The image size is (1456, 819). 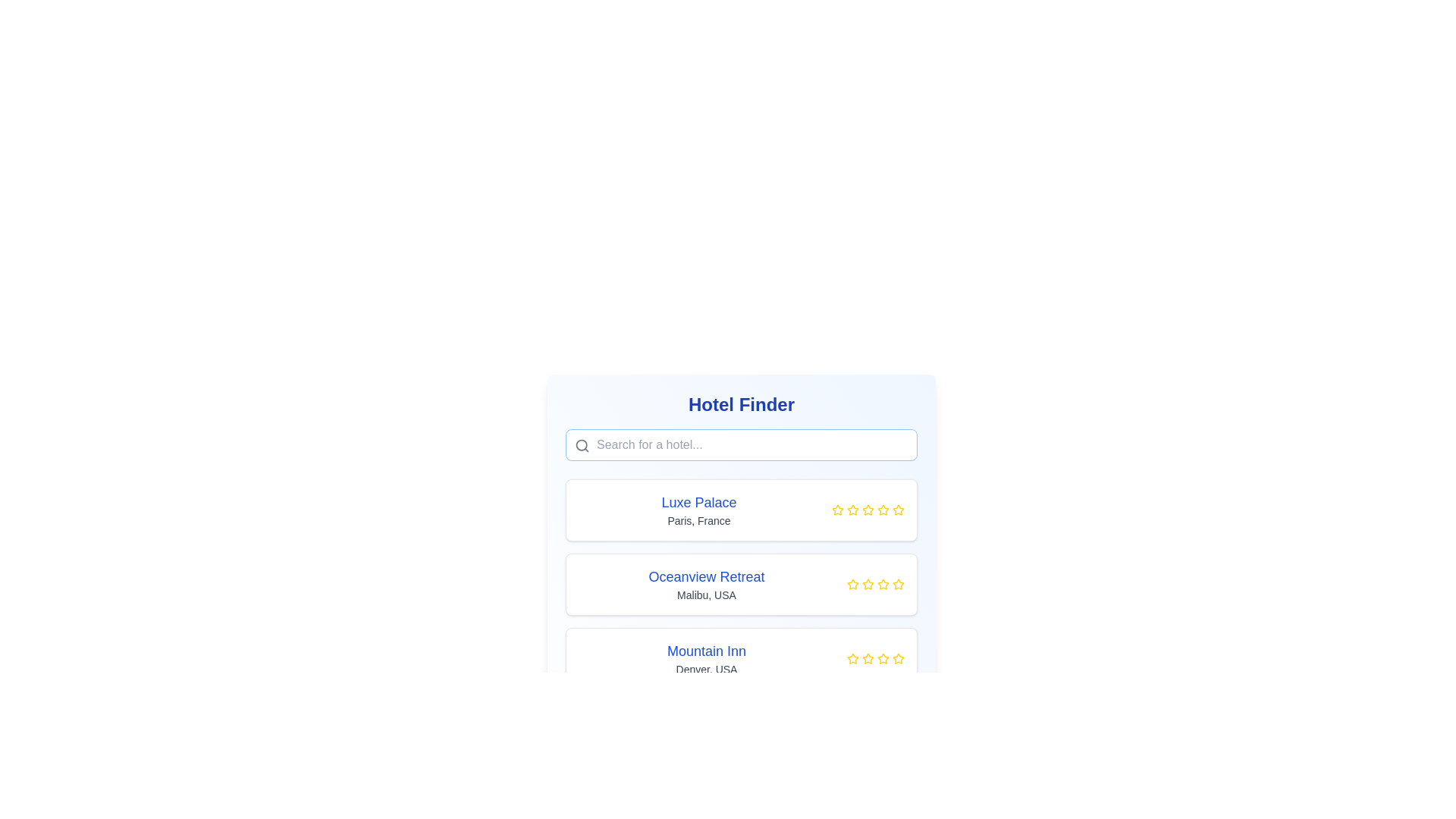 What do you see at coordinates (868, 584) in the screenshot?
I see `the third star icon in the five-star rating system for the hotel entry 'Oceanview Retreat', which is located in the second card of the hotel options list` at bounding box center [868, 584].